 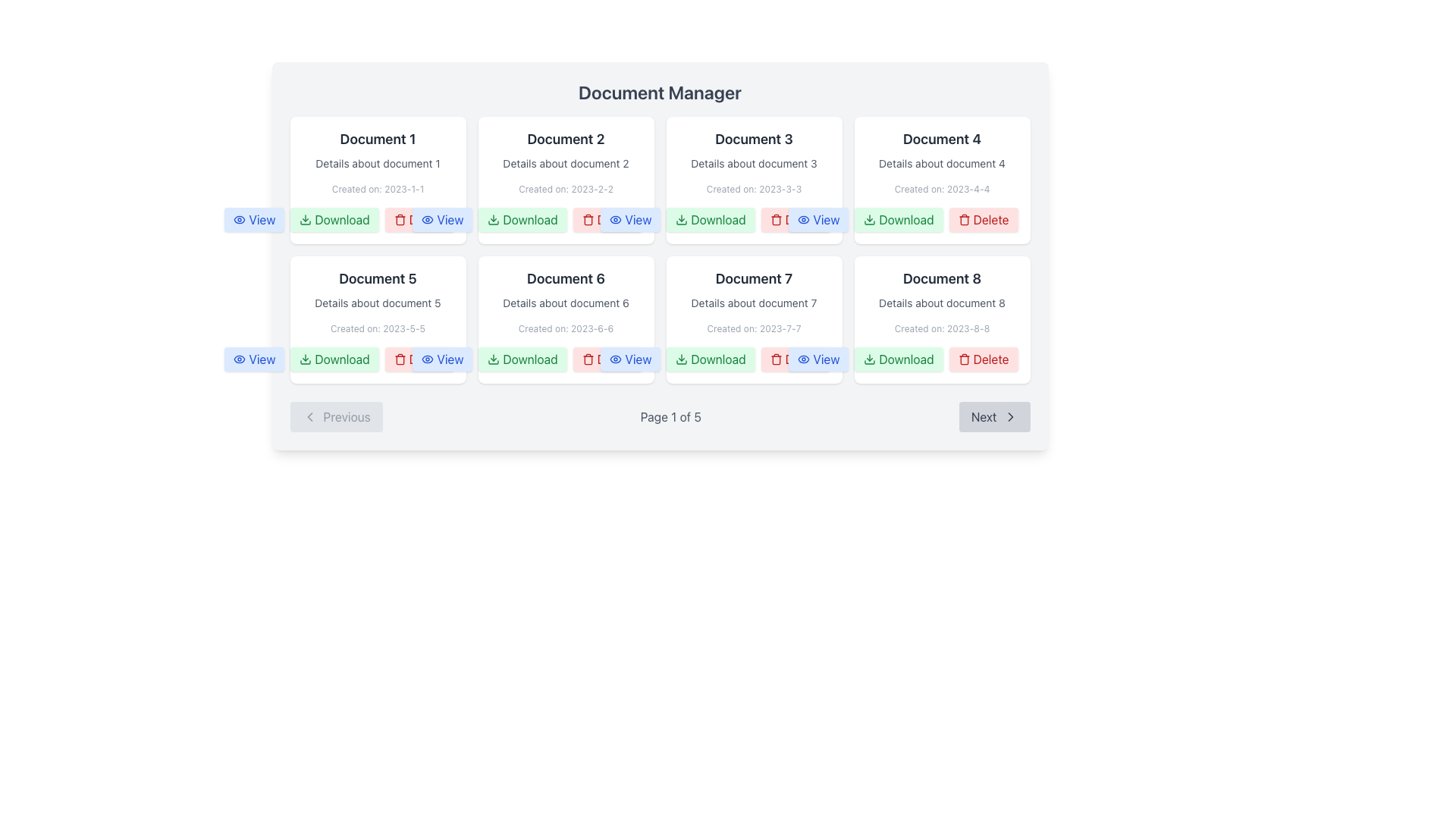 What do you see at coordinates (378, 140) in the screenshot?
I see `bold-text heading labeled 'Document 1' located at the top of its card in the document grid layout` at bounding box center [378, 140].